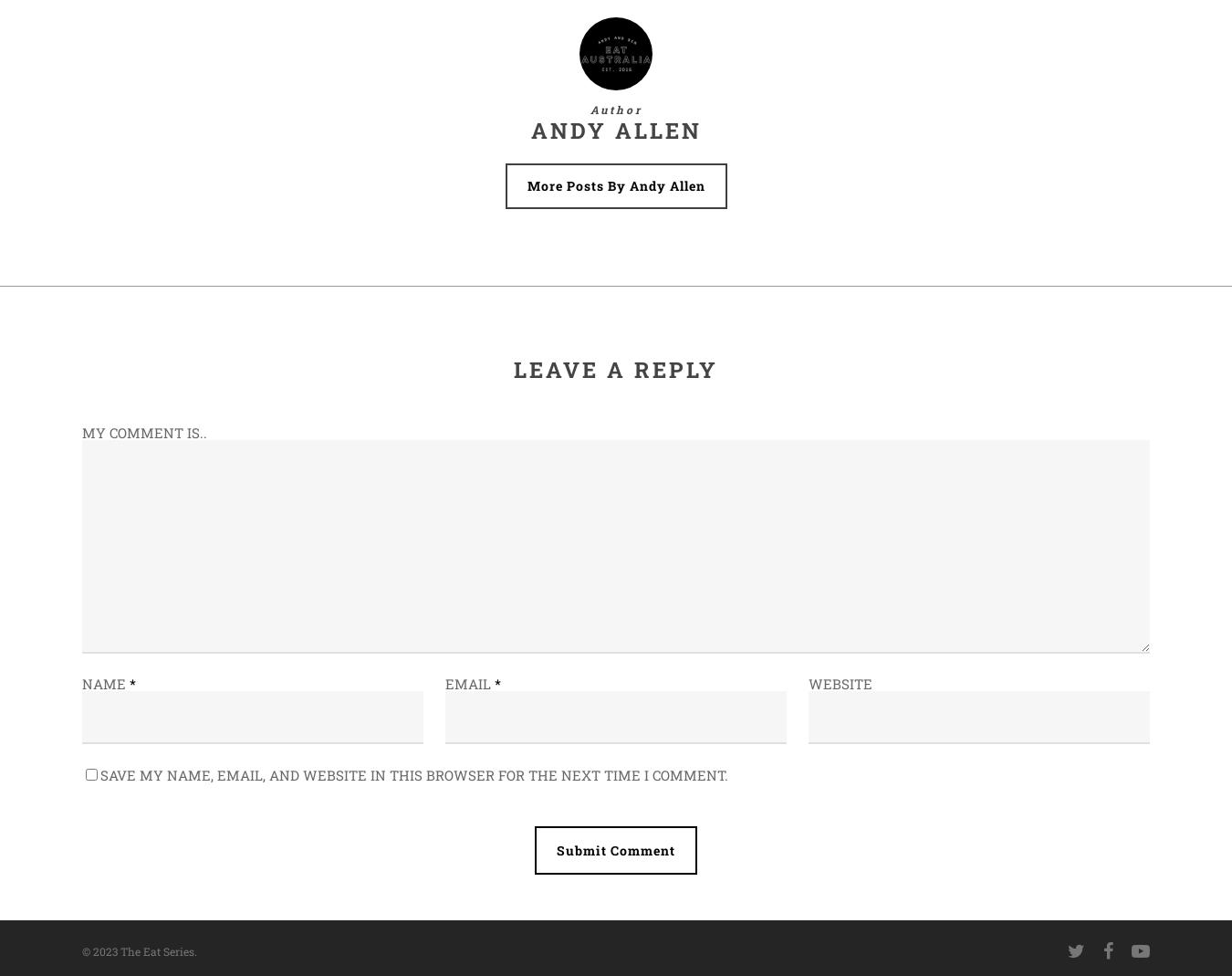 This screenshot has height=976, width=1232. I want to click on 'Andy Allen', so click(615, 131).